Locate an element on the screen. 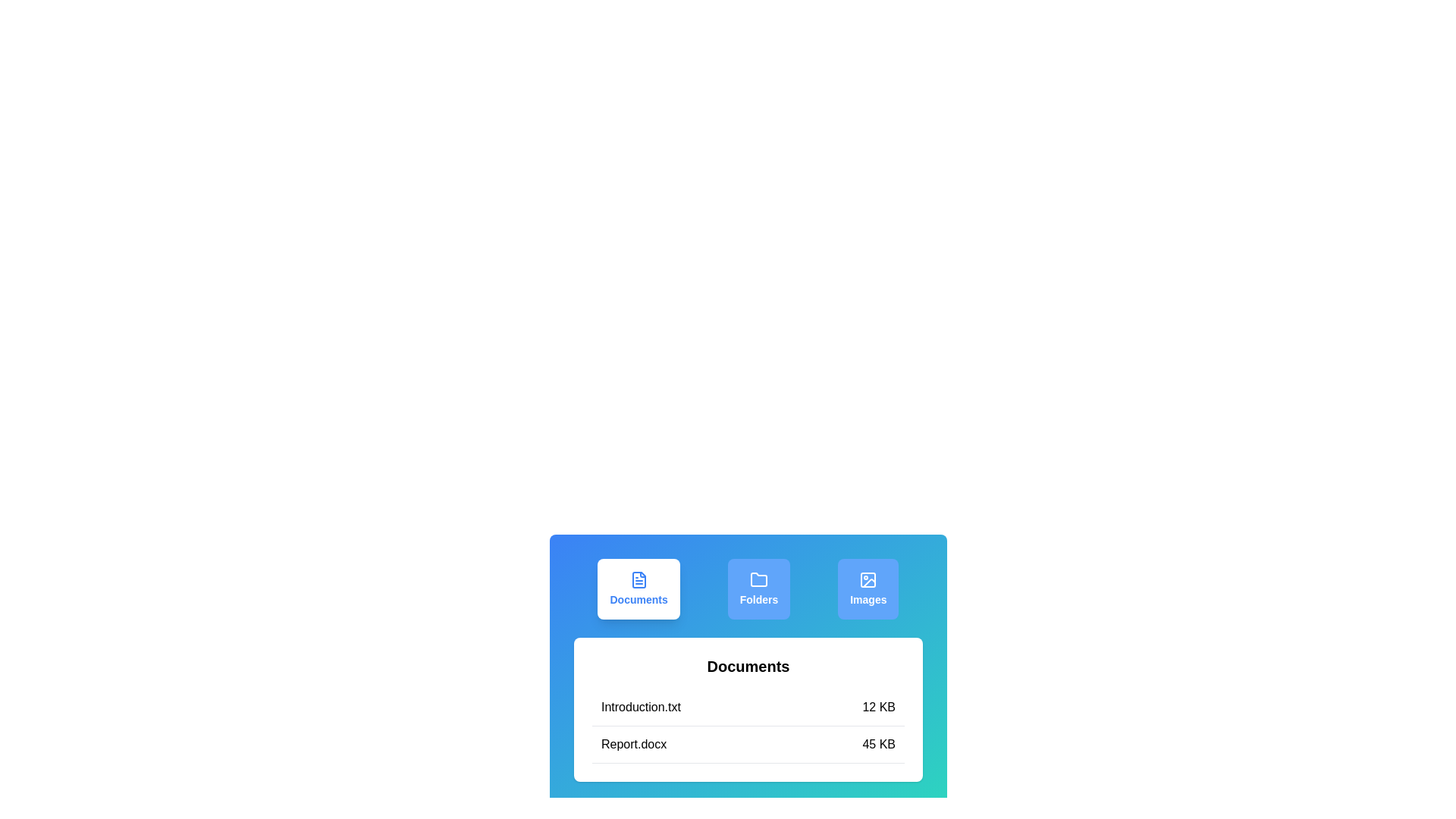 The width and height of the screenshot is (1456, 819). the graphical geometric shape that represents a part of the 'Images' icon, which is the third icon in a row of three, located between the 'Folders' icon and the dialog displaying file details is located at coordinates (868, 579).